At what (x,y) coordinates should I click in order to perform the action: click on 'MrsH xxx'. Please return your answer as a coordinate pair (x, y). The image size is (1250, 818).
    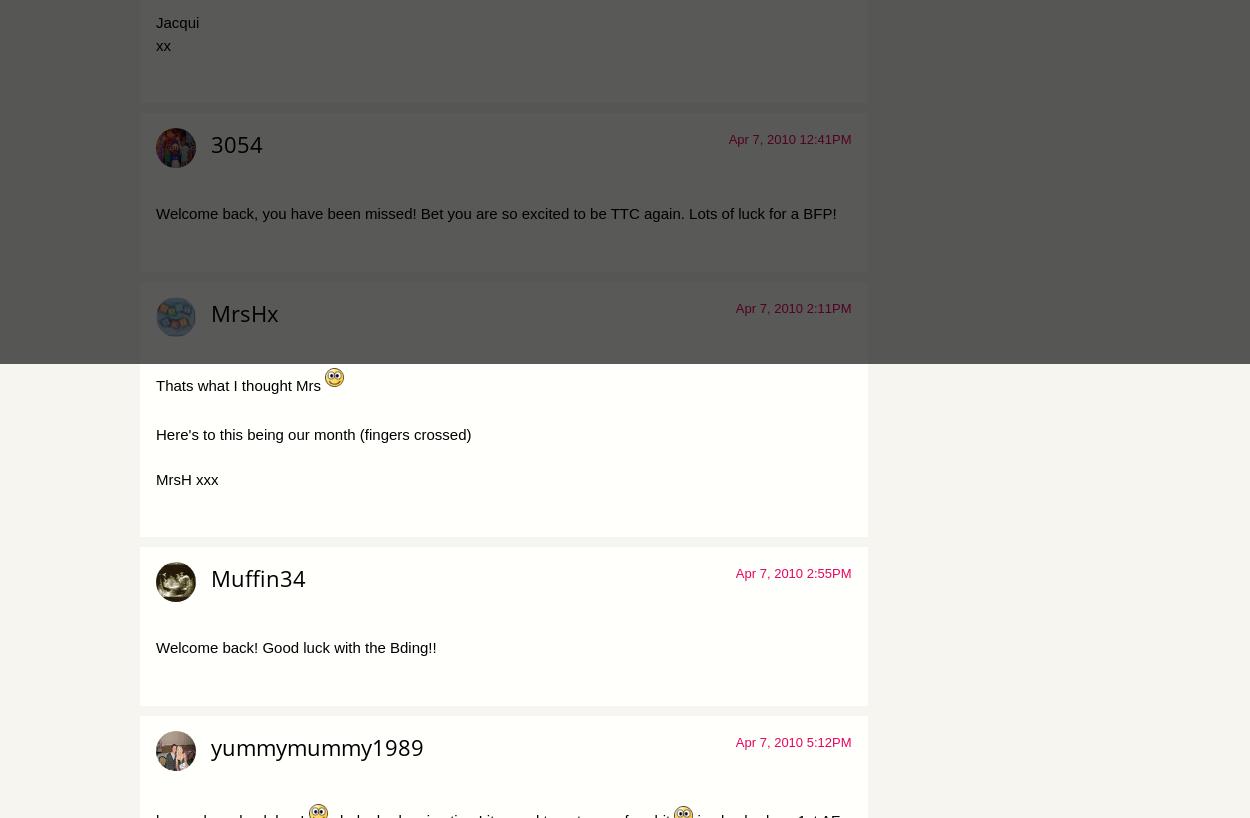
    Looking at the image, I should click on (156, 478).